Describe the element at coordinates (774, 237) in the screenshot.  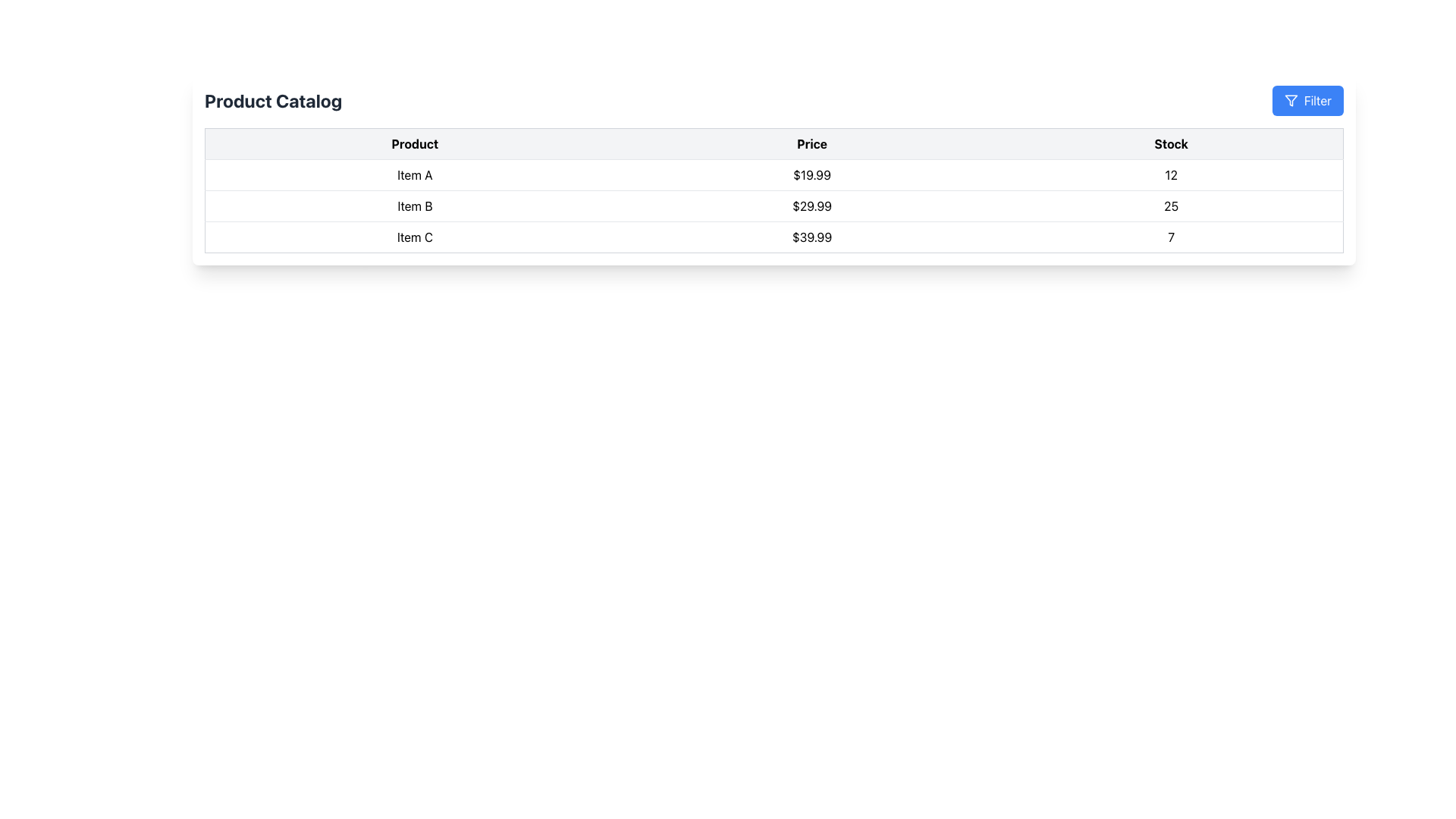
I see `the details of the tabular row displaying 'Item C' with price '$39.99' and stock '7', located in the third row of the table` at that location.